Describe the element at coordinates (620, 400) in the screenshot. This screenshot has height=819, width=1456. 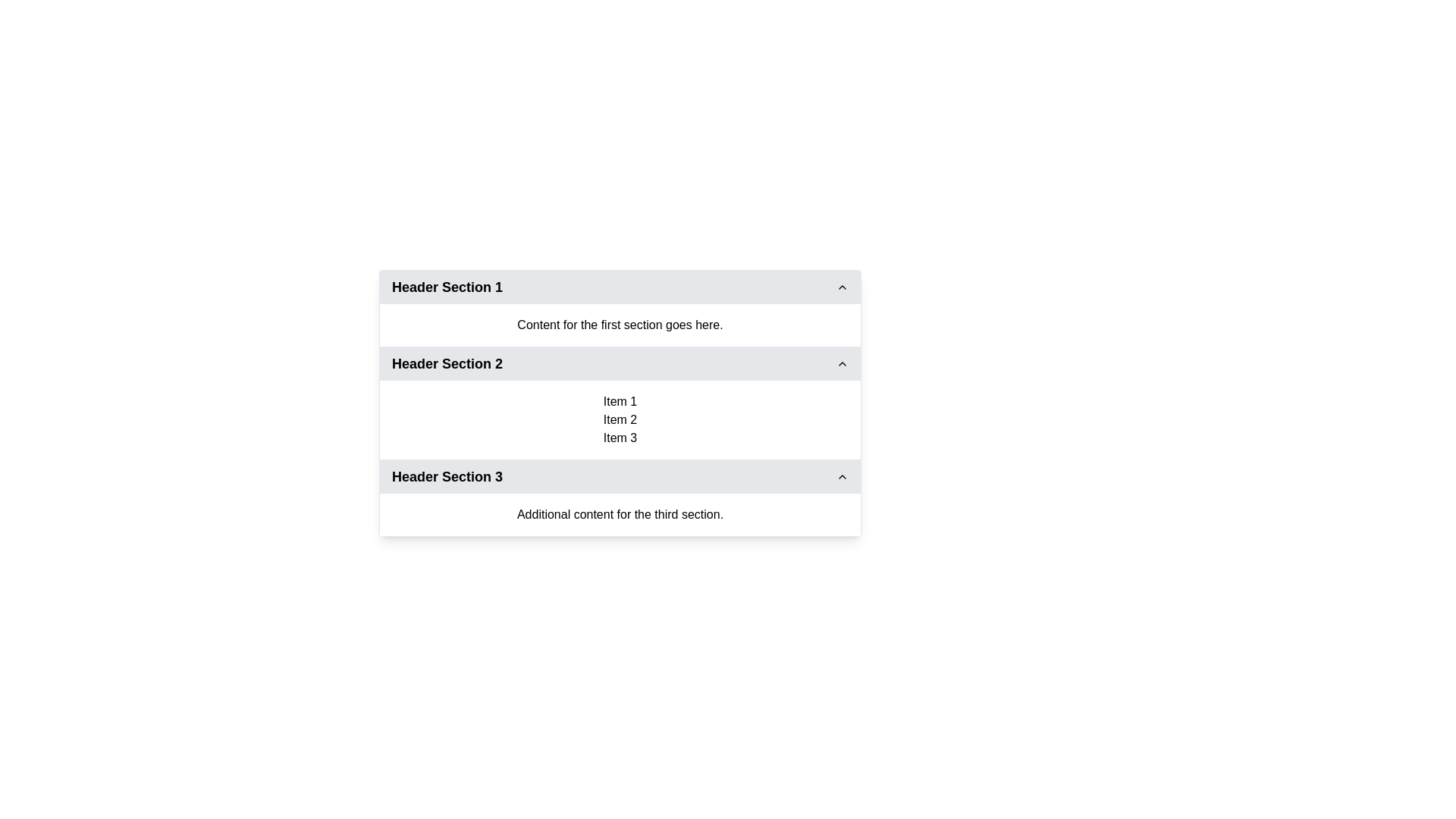
I see `the non-interactive text label 'Item 1' located in 'Header Section 2', which is the first entry in a vertical list` at that location.